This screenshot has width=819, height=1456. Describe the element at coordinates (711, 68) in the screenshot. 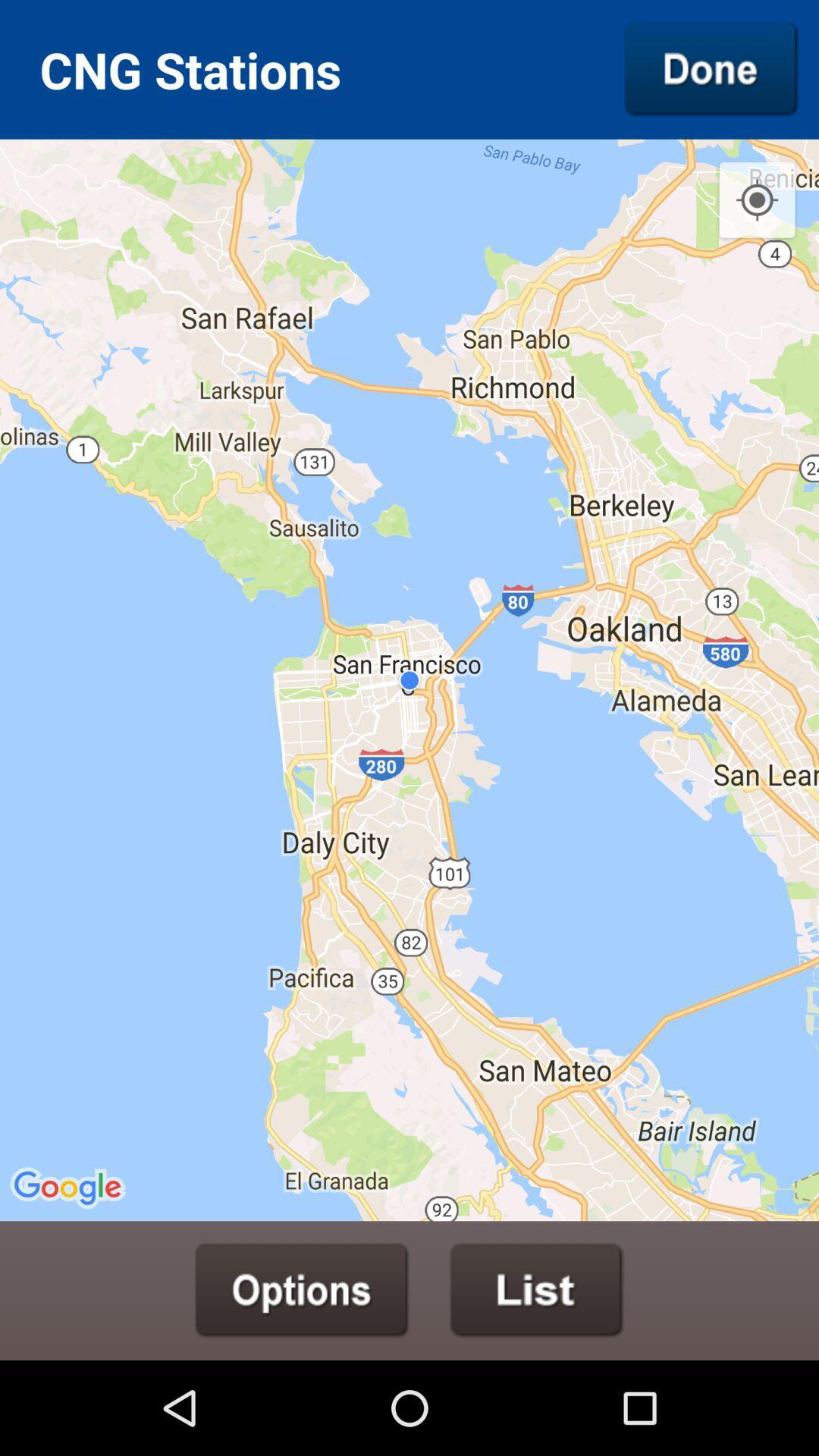

I see `done button` at that location.